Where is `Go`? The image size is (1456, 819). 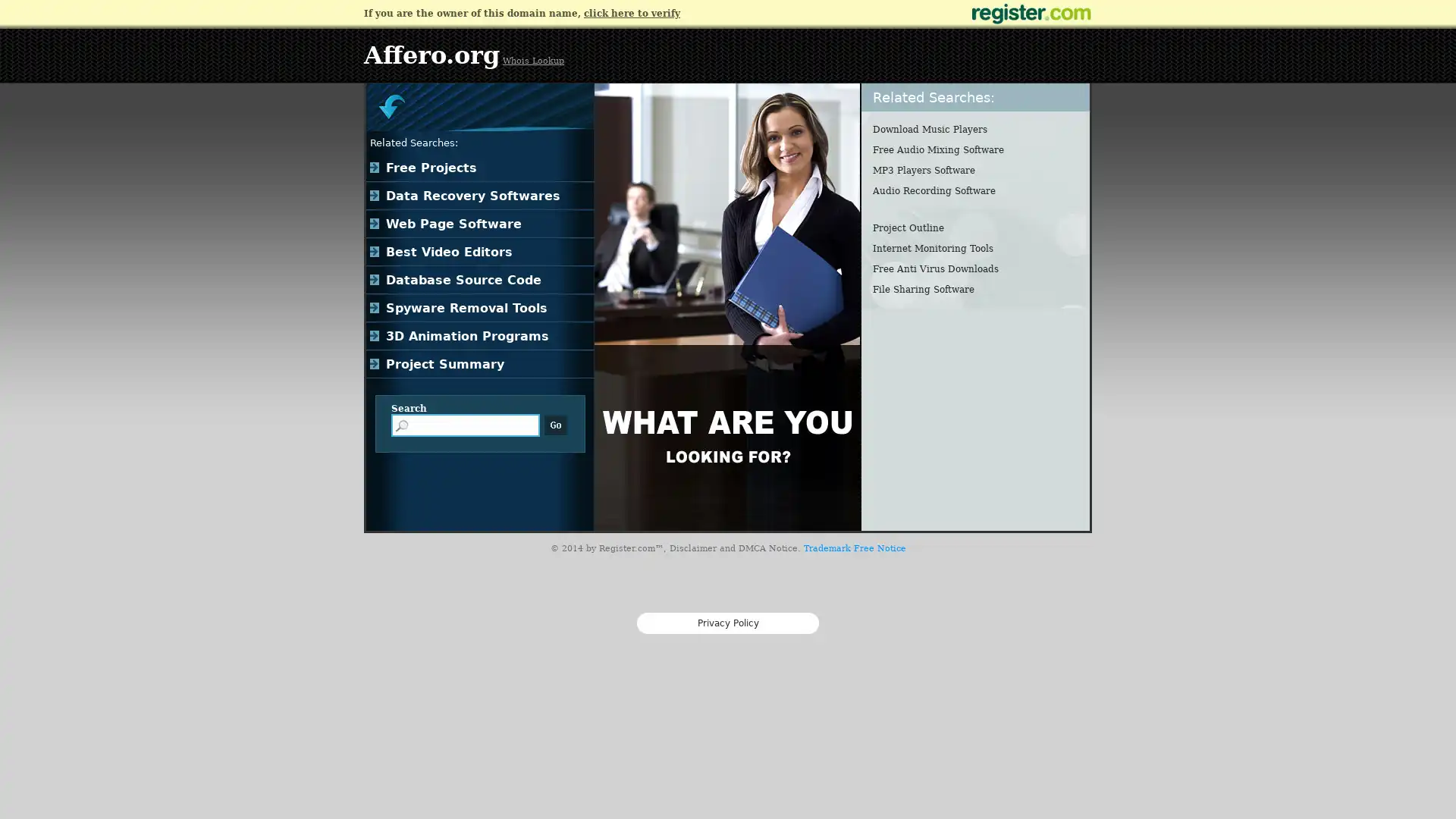
Go is located at coordinates (555, 425).